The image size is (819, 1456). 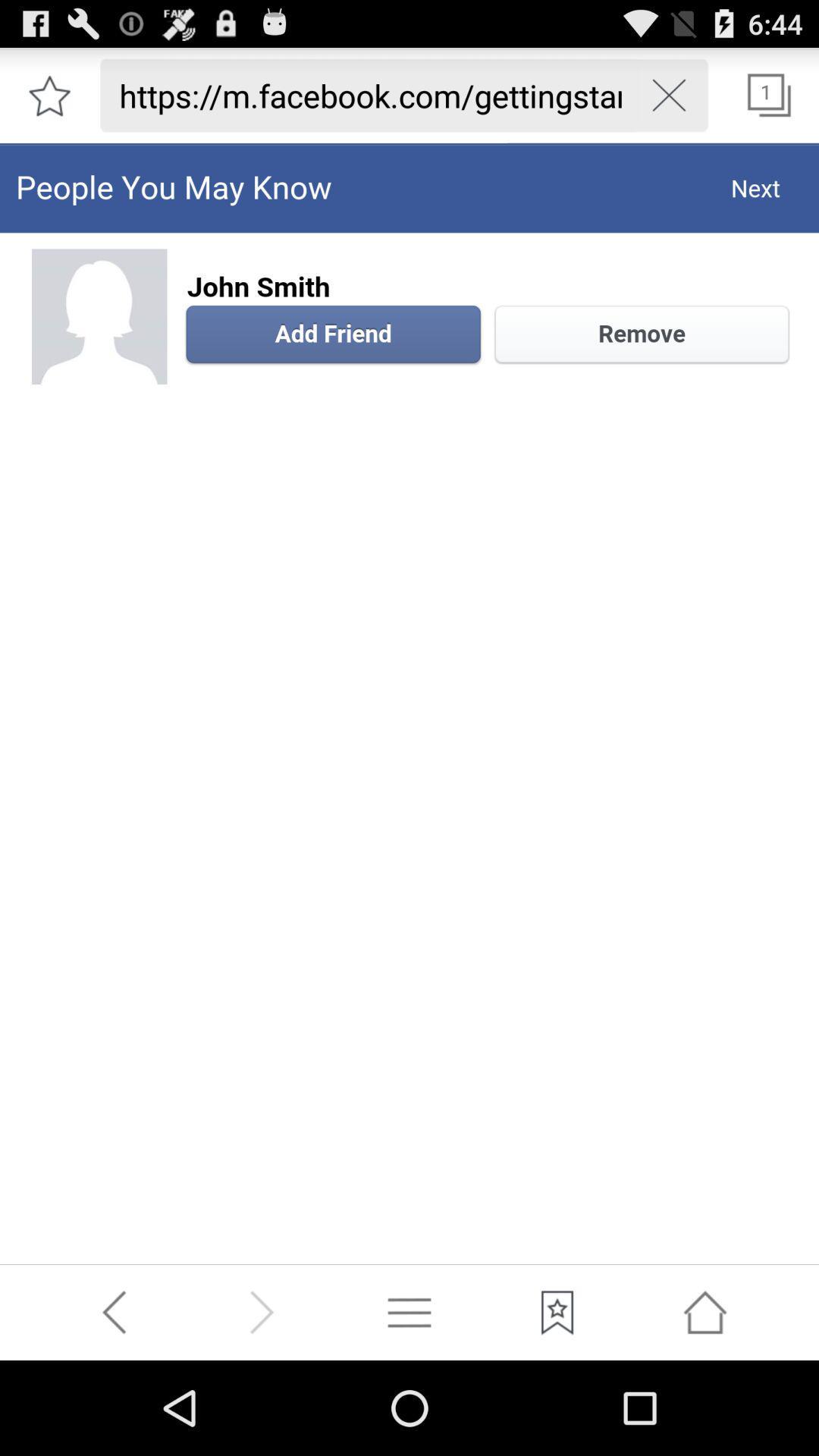 I want to click on the menu icon, so click(x=409, y=1404).